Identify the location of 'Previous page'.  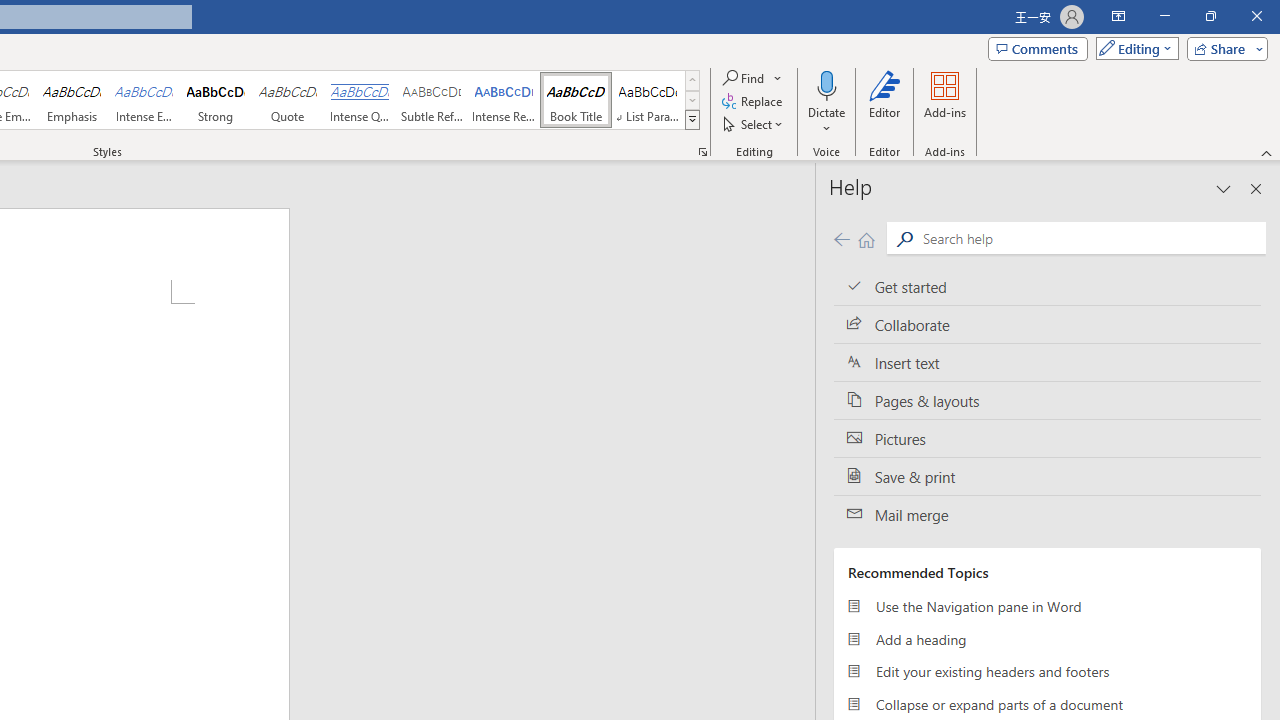
(841, 238).